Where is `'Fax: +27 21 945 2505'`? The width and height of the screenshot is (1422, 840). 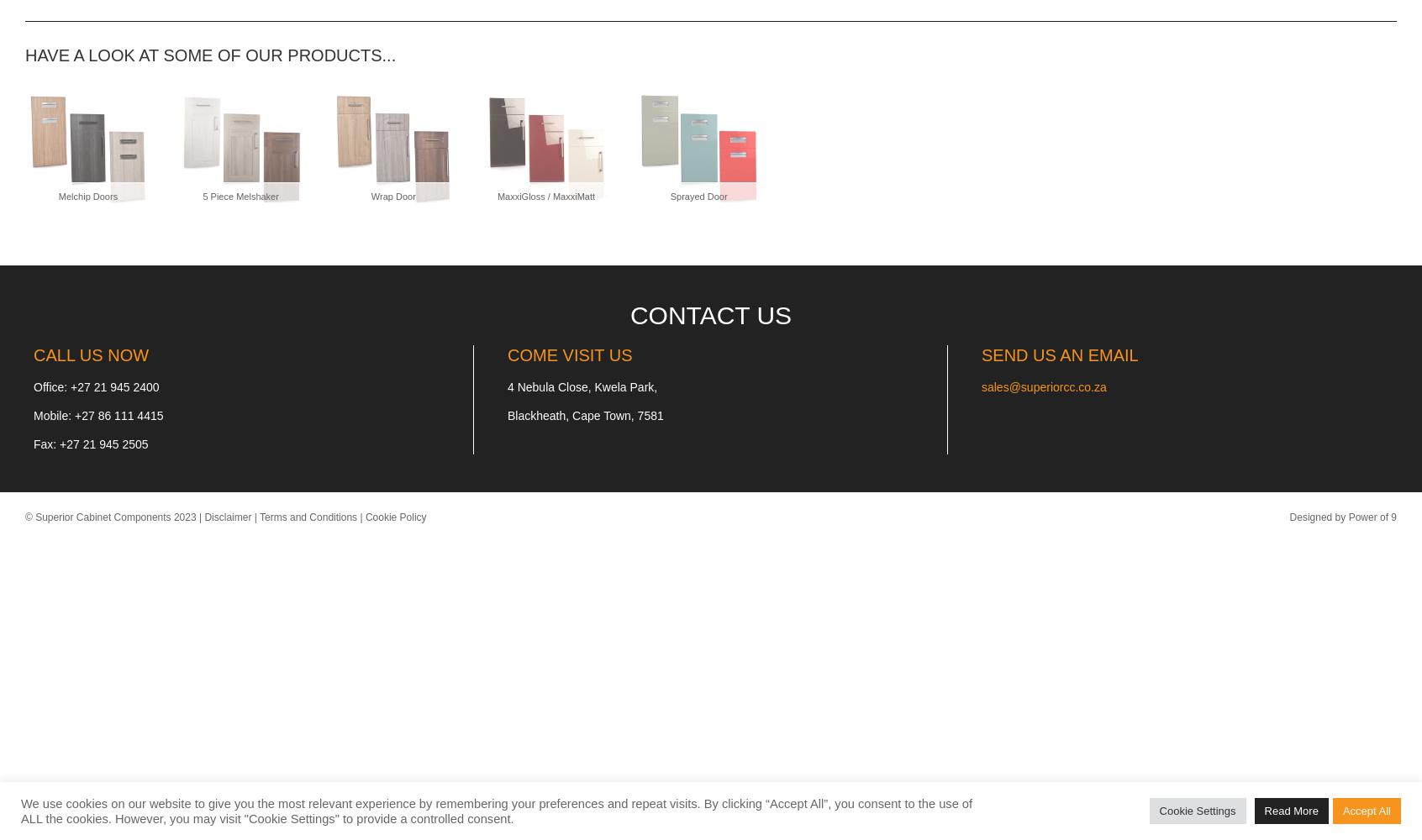 'Fax: +27 21 945 2505' is located at coordinates (90, 444).